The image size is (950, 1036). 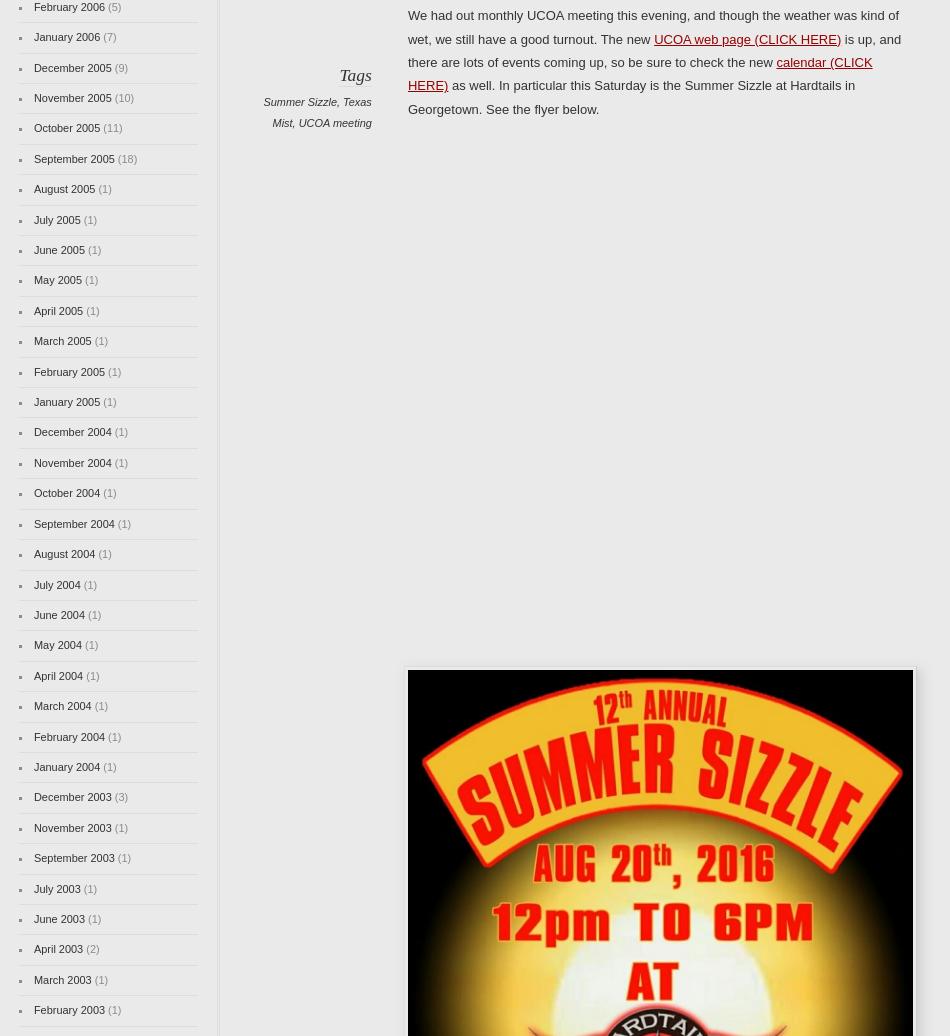 What do you see at coordinates (32, 645) in the screenshot?
I see `'May 2004'` at bounding box center [32, 645].